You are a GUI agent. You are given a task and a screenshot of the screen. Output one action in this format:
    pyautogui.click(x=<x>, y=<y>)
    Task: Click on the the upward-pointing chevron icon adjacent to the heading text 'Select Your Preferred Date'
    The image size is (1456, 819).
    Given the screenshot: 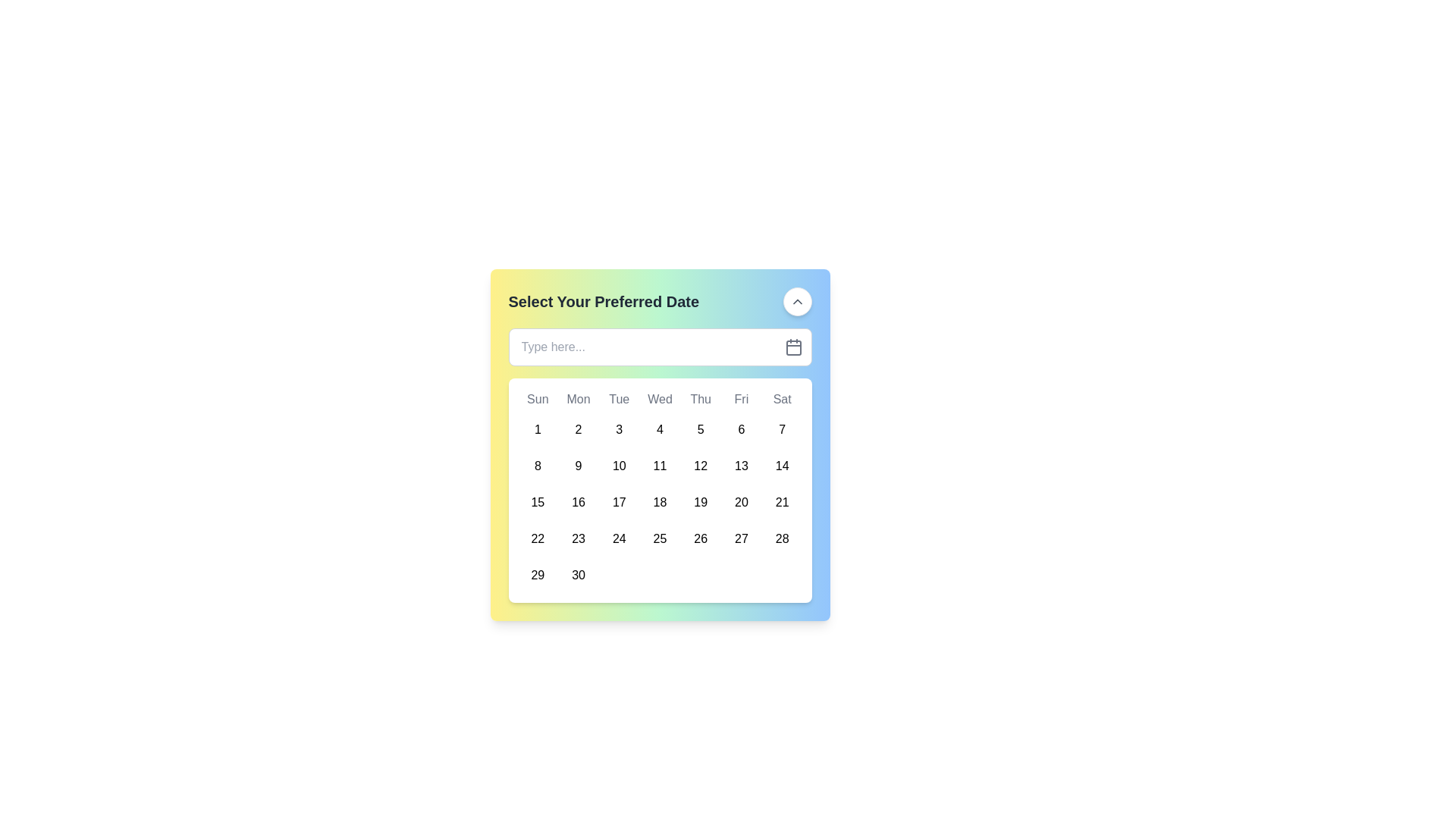 What is the action you would take?
    pyautogui.click(x=660, y=301)
    